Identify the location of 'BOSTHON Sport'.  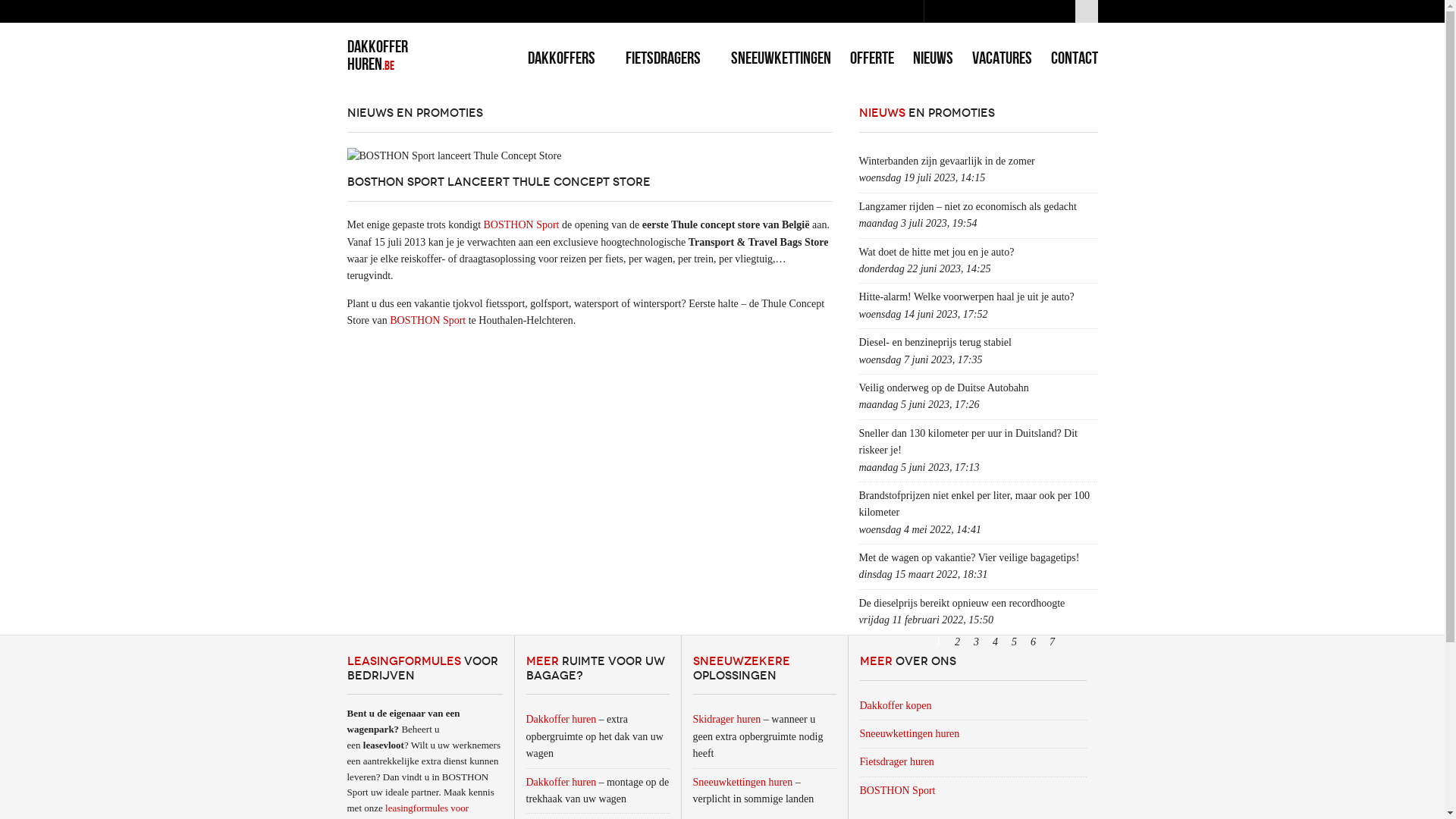
(902, 789).